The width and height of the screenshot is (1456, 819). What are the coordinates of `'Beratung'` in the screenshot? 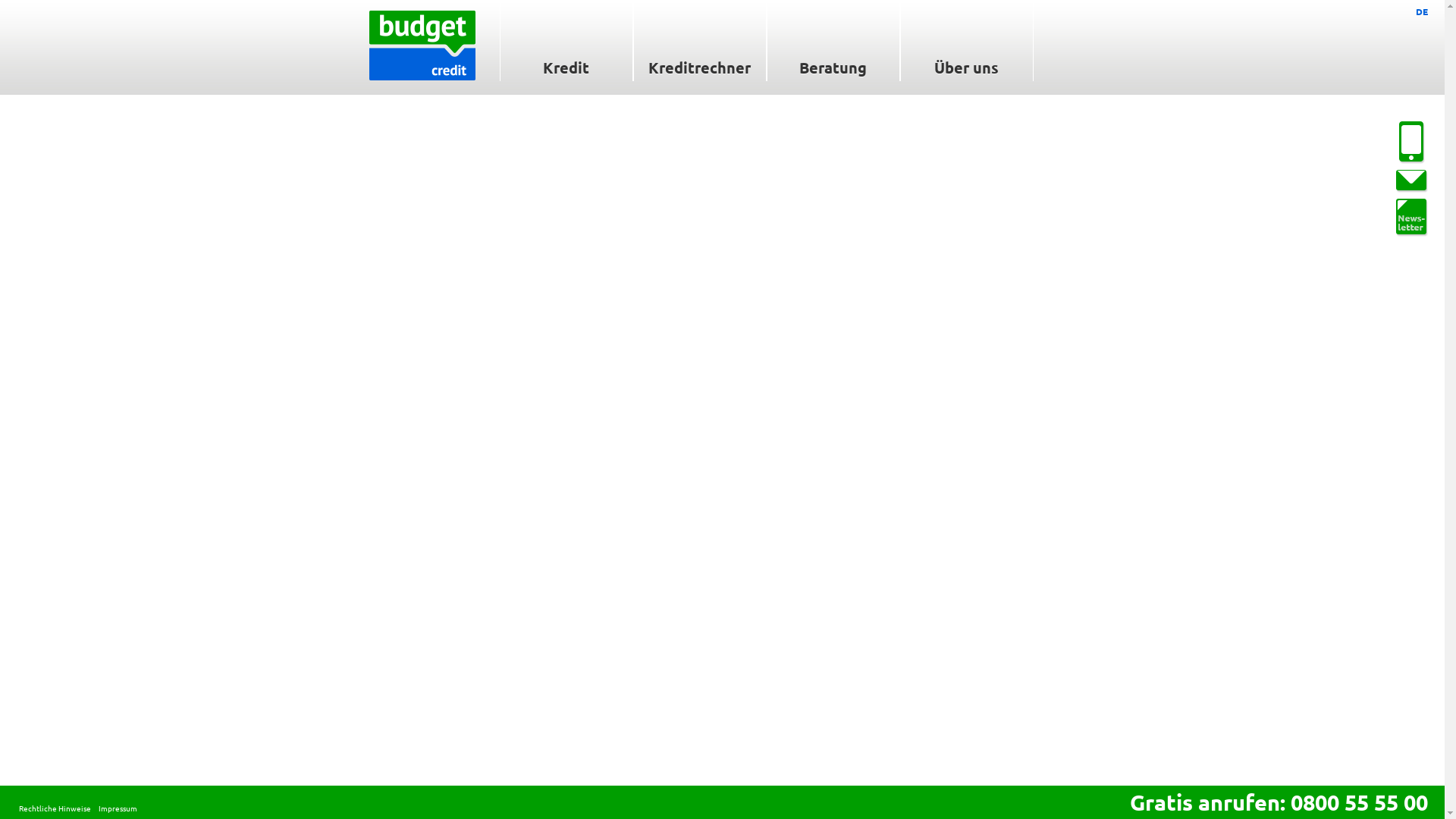 It's located at (765, 39).